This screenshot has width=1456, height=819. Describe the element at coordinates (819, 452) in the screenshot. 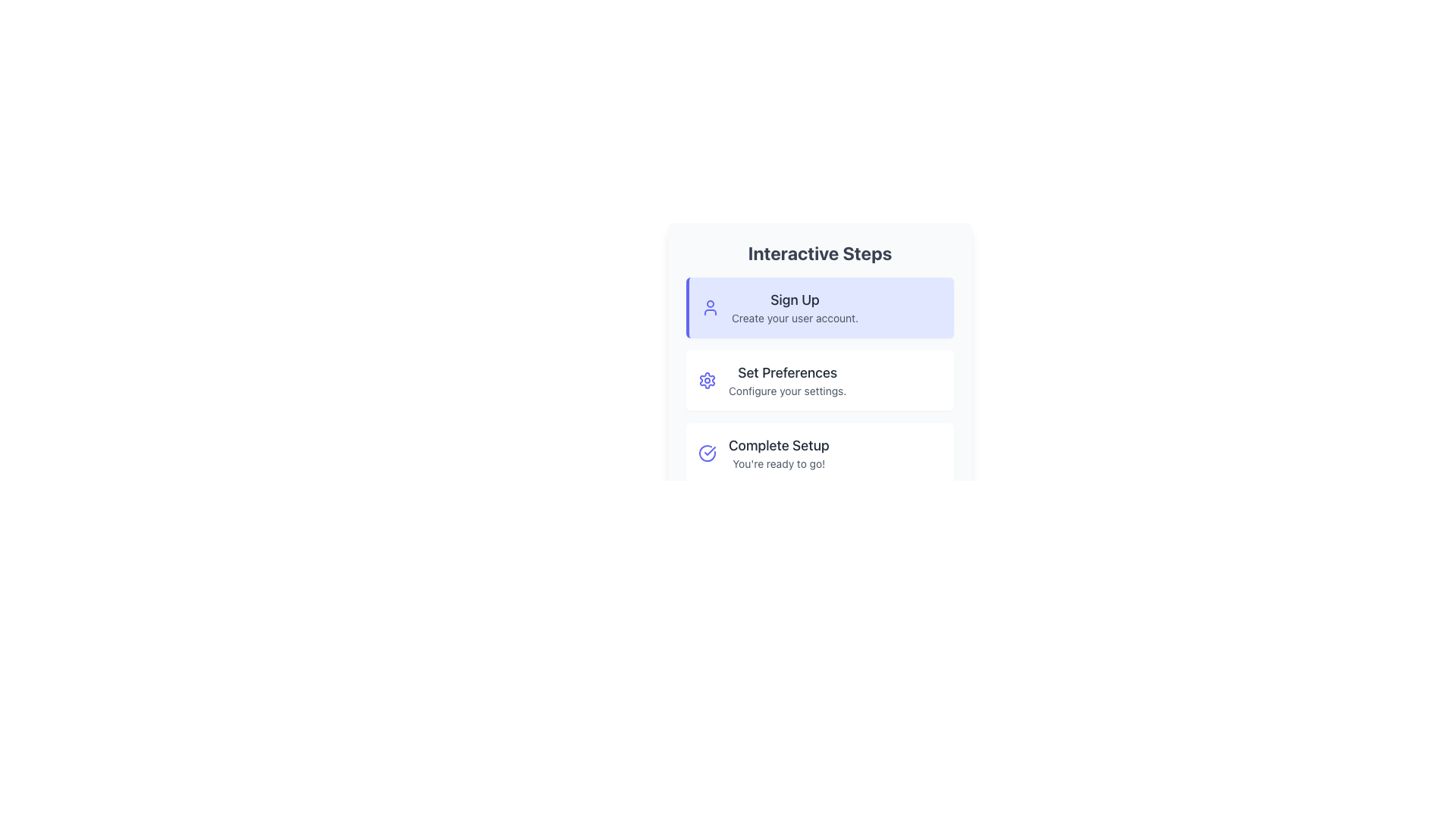

I see `the Informational card displaying the title 'Complete Setup' and subtitle 'You're ready to go!', which is the last element in a vertically stacked list` at that location.